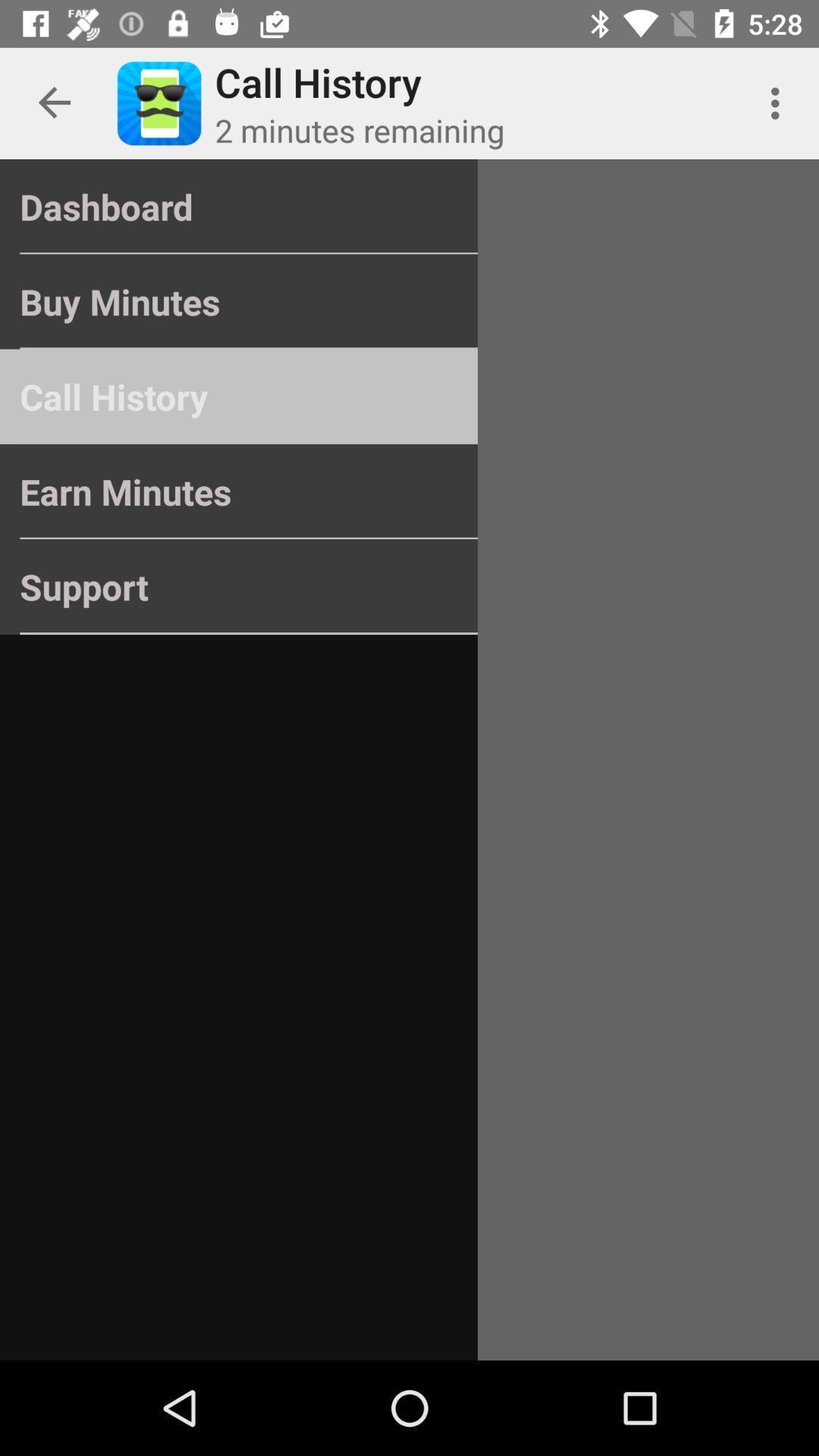  What do you see at coordinates (239, 206) in the screenshot?
I see `dashboard` at bounding box center [239, 206].